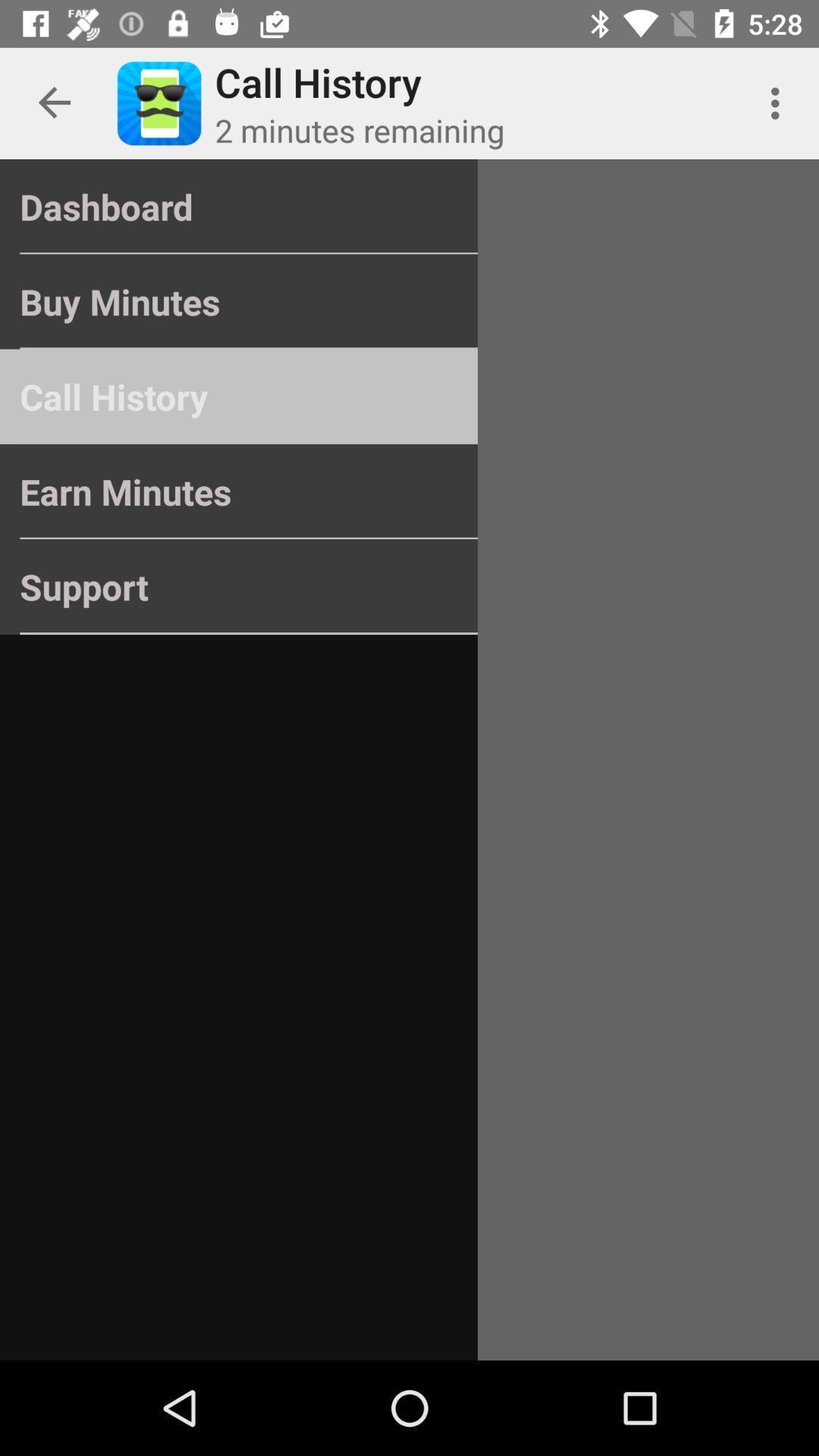  What do you see at coordinates (239, 206) in the screenshot?
I see `dashboard` at bounding box center [239, 206].